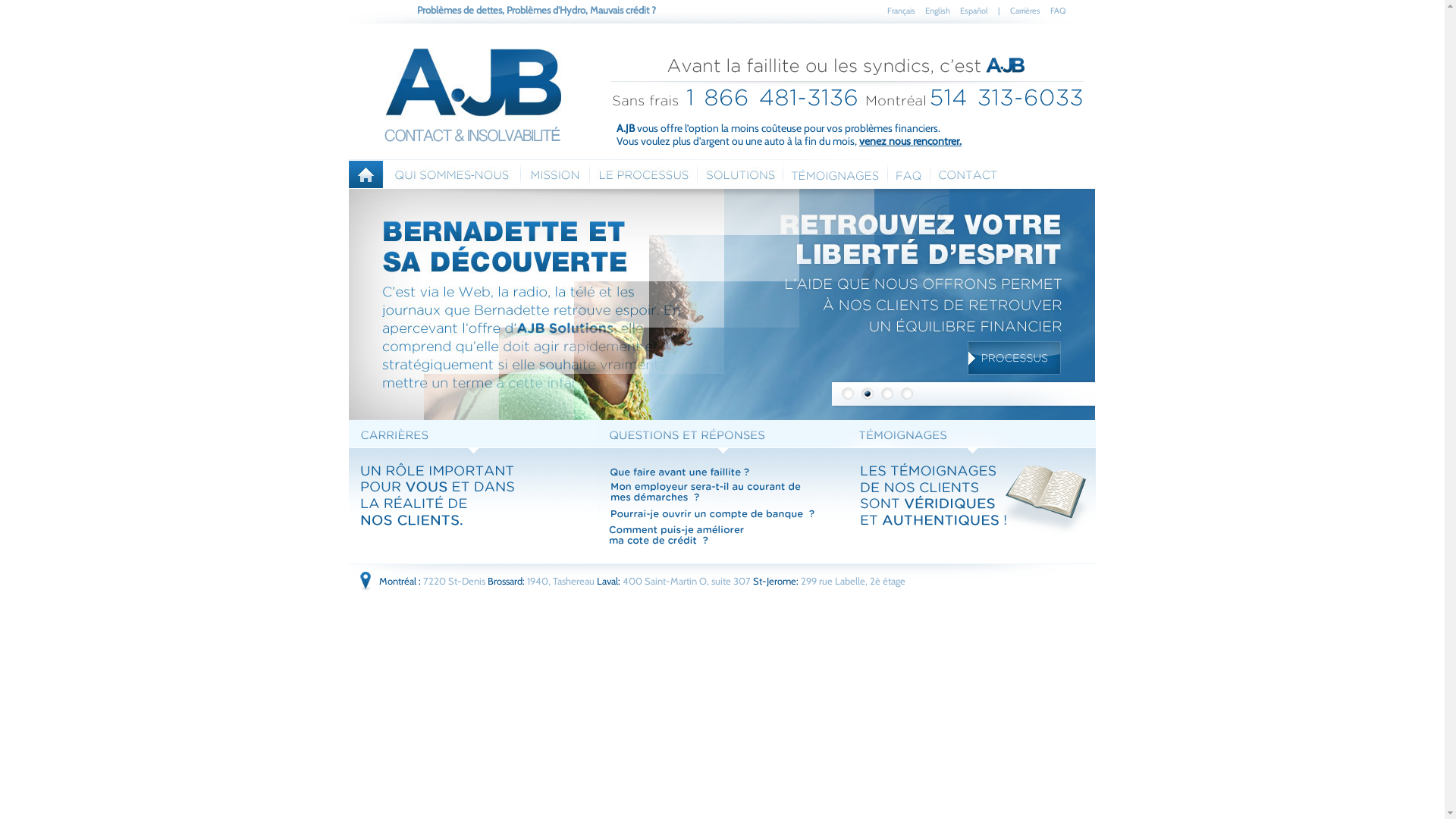  Describe the element at coordinates (1050, 11) in the screenshot. I see `'FAQ'` at that location.